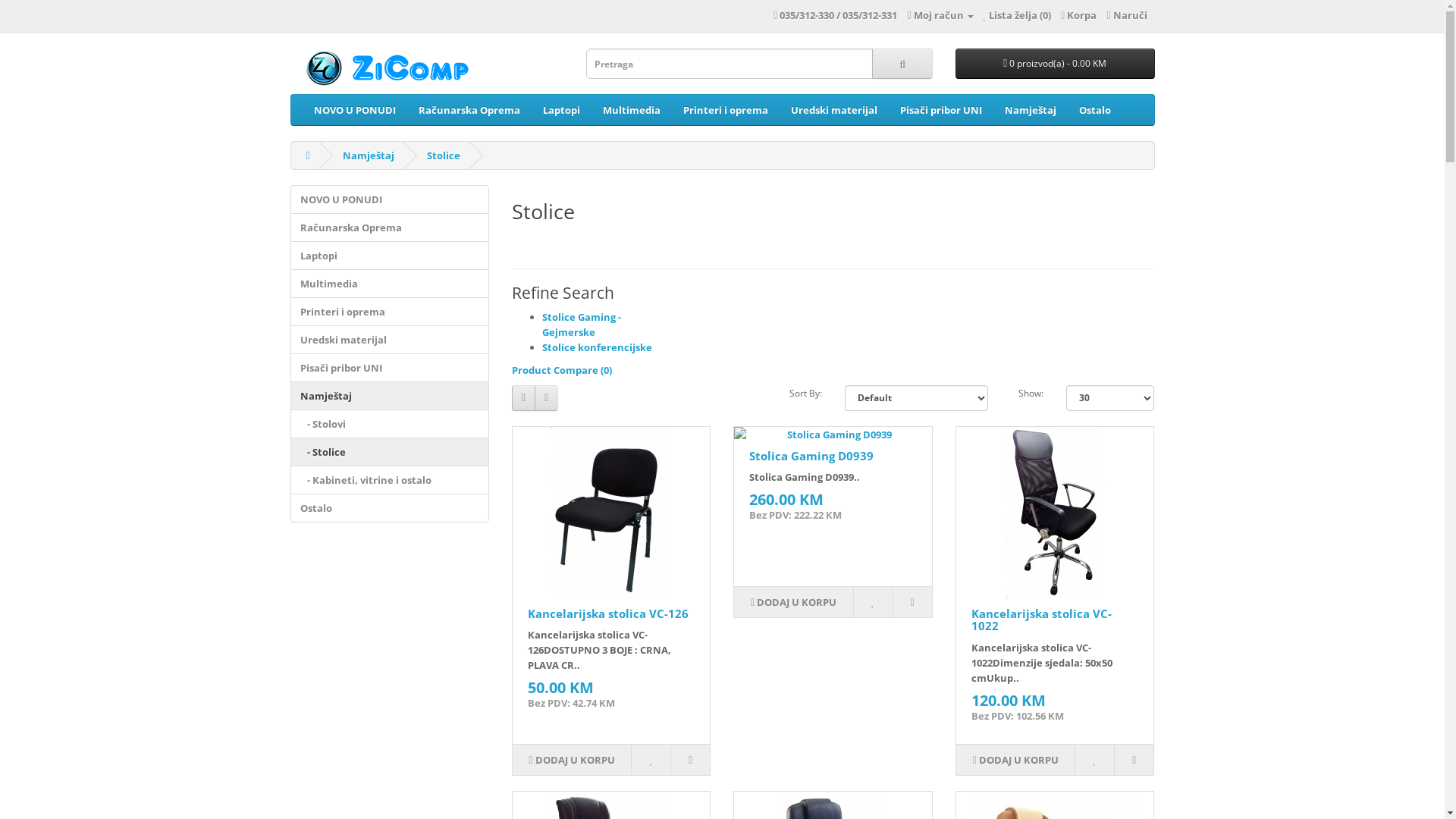  What do you see at coordinates (560, 370) in the screenshot?
I see `'Product Compare (0)'` at bounding box center [560, 370].